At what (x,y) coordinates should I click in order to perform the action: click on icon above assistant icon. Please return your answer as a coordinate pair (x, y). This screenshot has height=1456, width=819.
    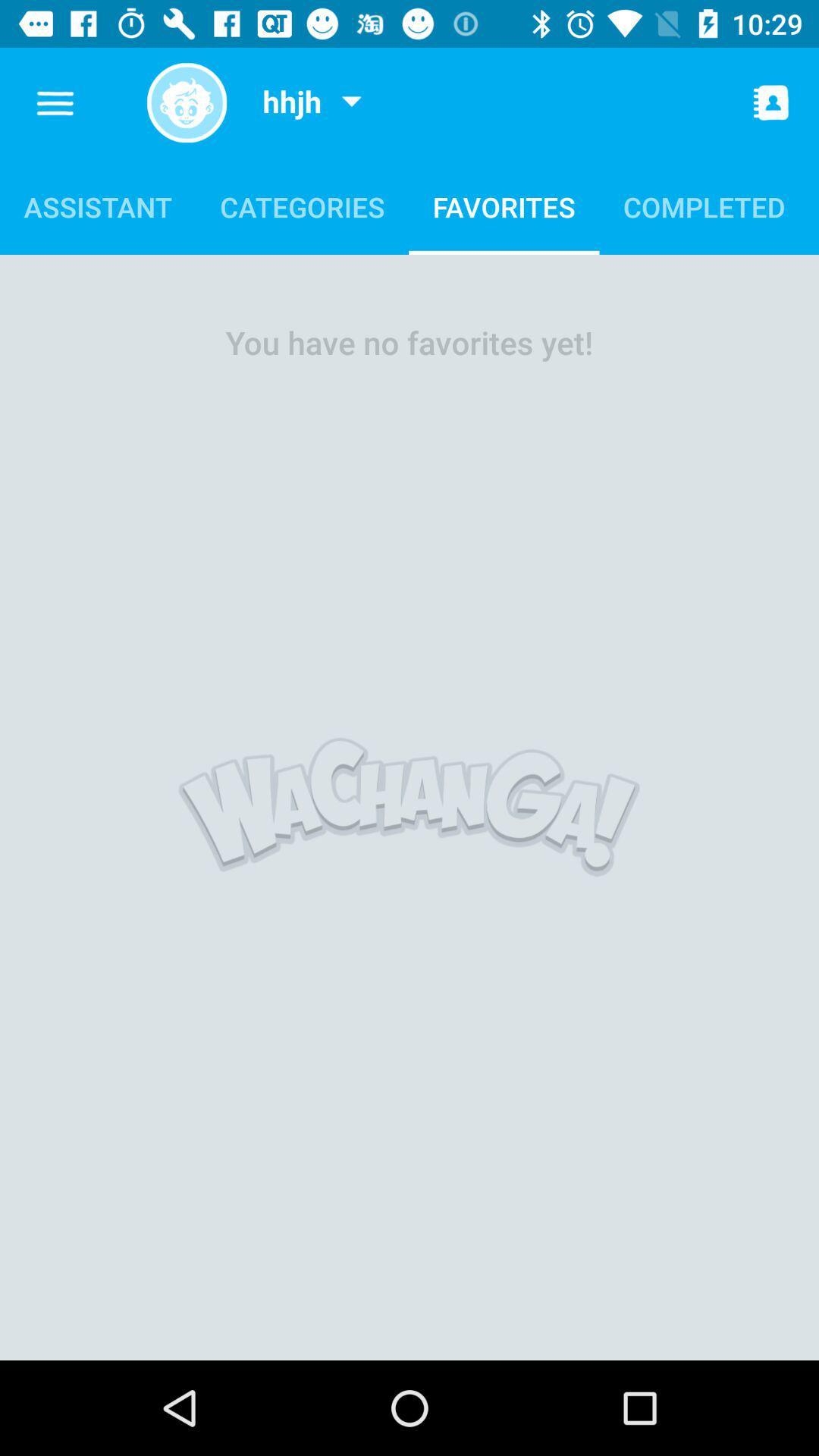
    Looking at the image, I should click on (55, 102).